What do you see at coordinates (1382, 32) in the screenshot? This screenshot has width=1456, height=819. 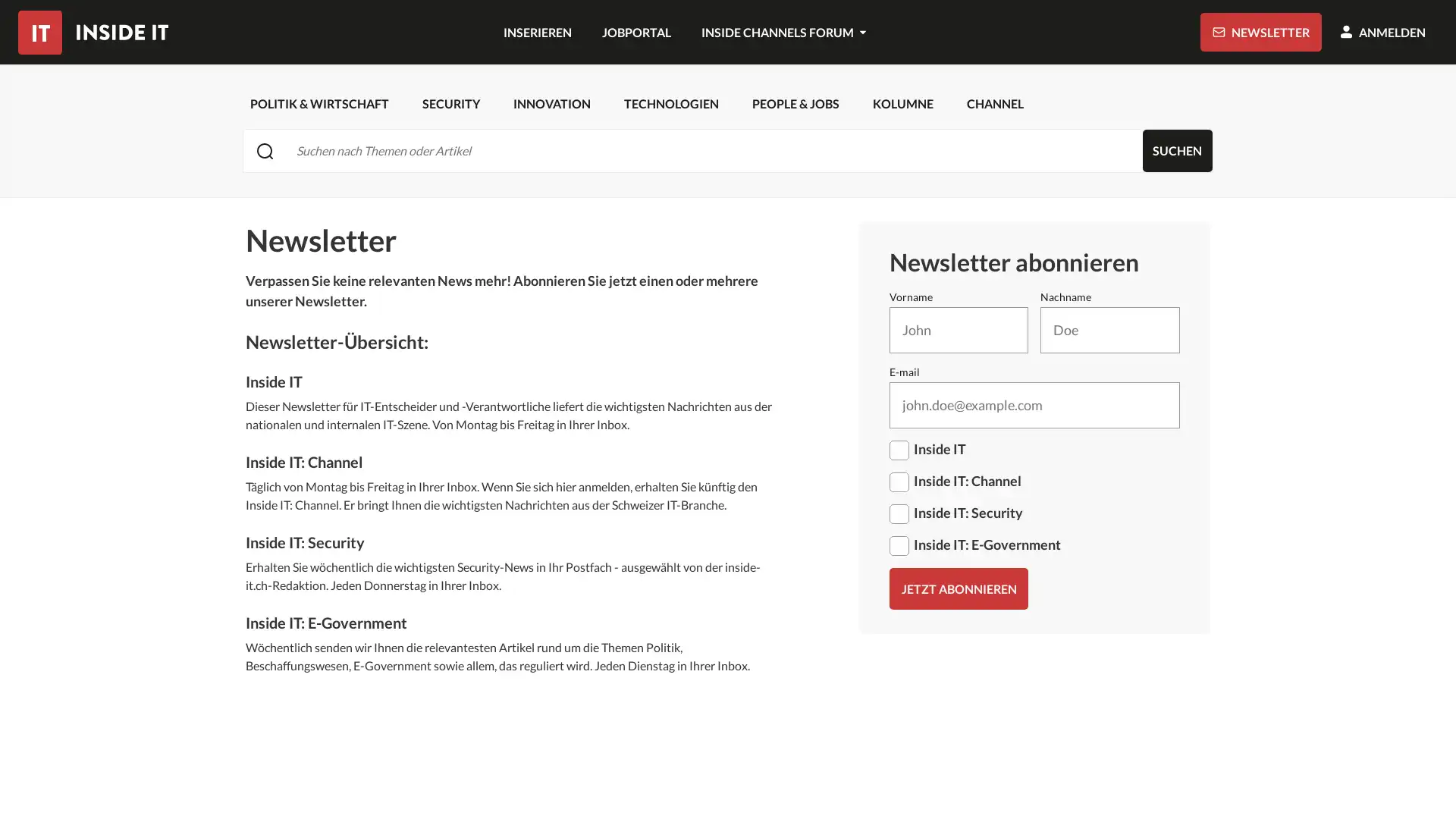 I see `user ANMELDEN` at bounding box center [1382, 32].